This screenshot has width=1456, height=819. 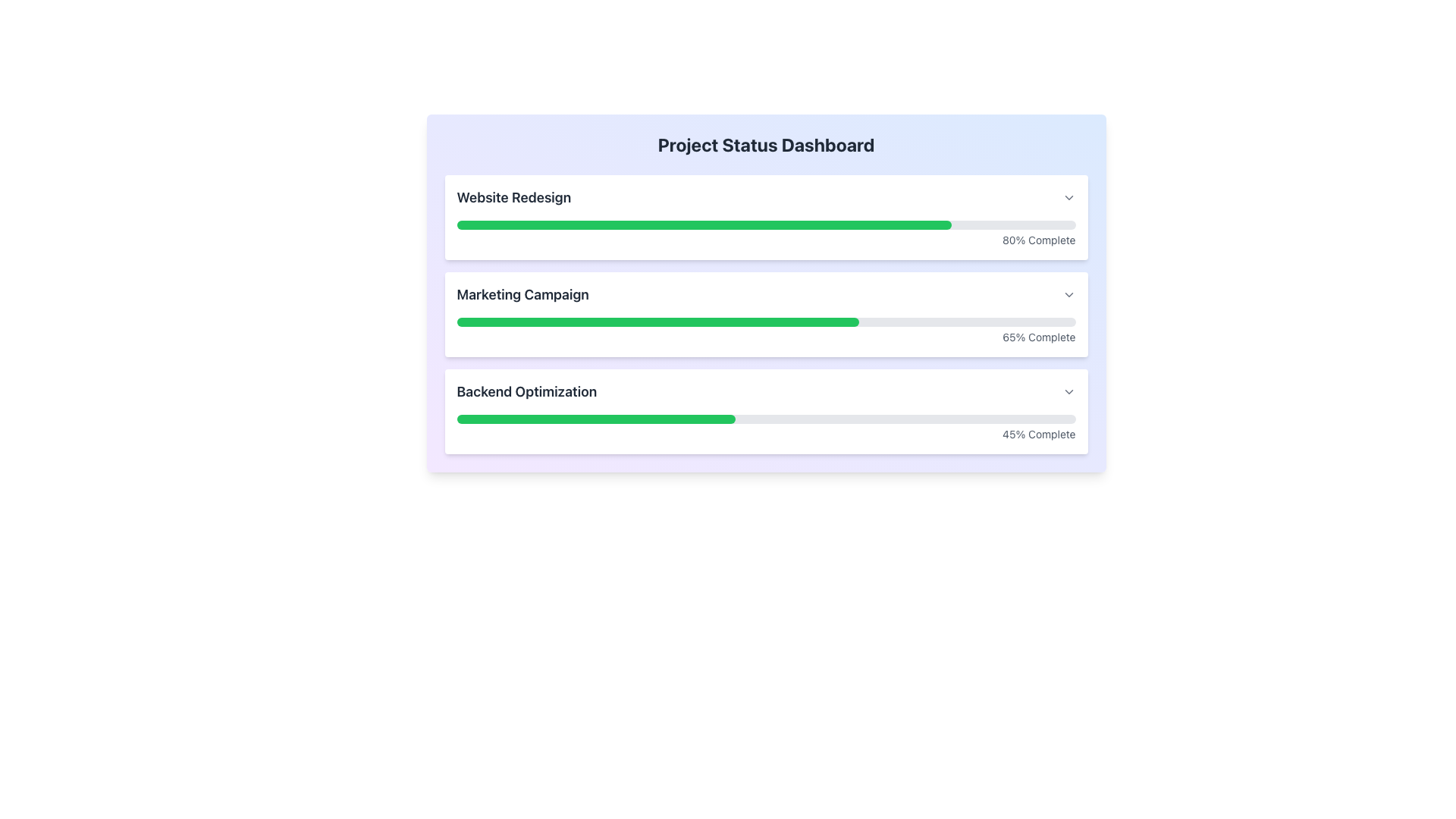 I want to click on the Card element titled 'Backend Optimization' which features a progress bar indicating 45% completion, located at the bottom of a vertical list of similar cards, so click(x=766, y=412).